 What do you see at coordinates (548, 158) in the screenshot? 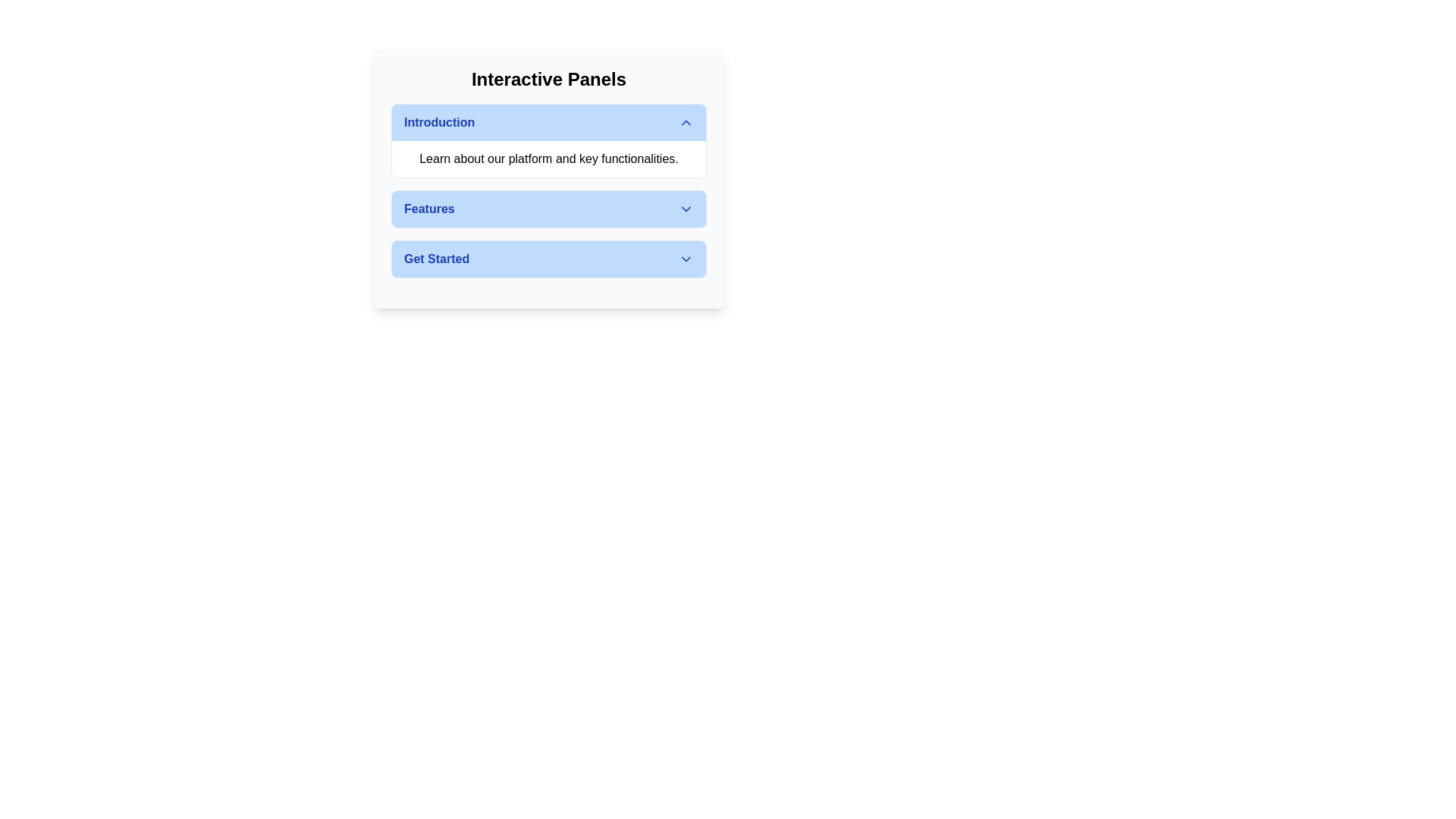
I see `the static text displaying 'Learn about our platform and key functionalities.' located under the 'Introduction' header in the 'Interactive Panels' section` at bounding box center [548, 158].